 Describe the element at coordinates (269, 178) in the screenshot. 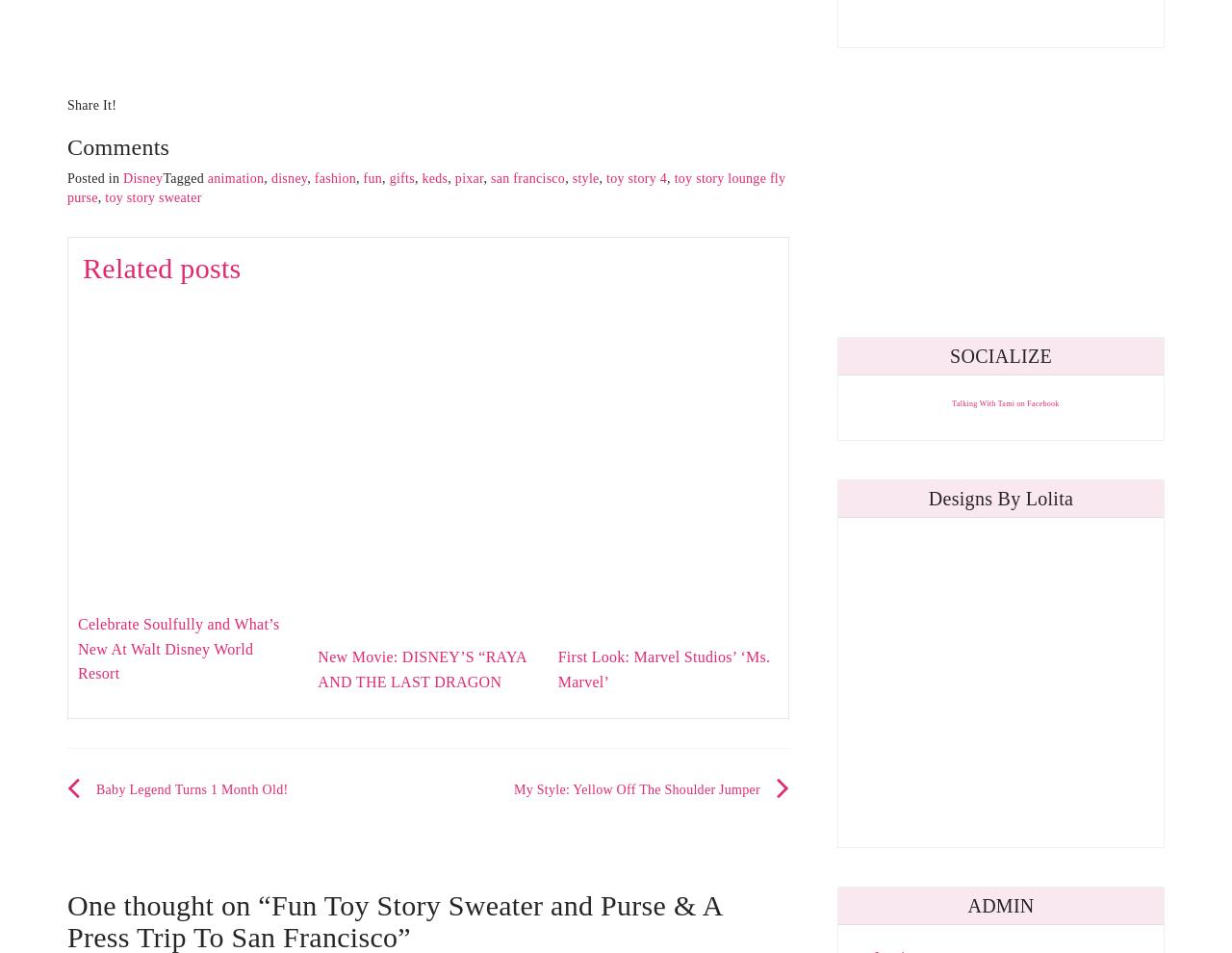

I see `'disney'` at that location.